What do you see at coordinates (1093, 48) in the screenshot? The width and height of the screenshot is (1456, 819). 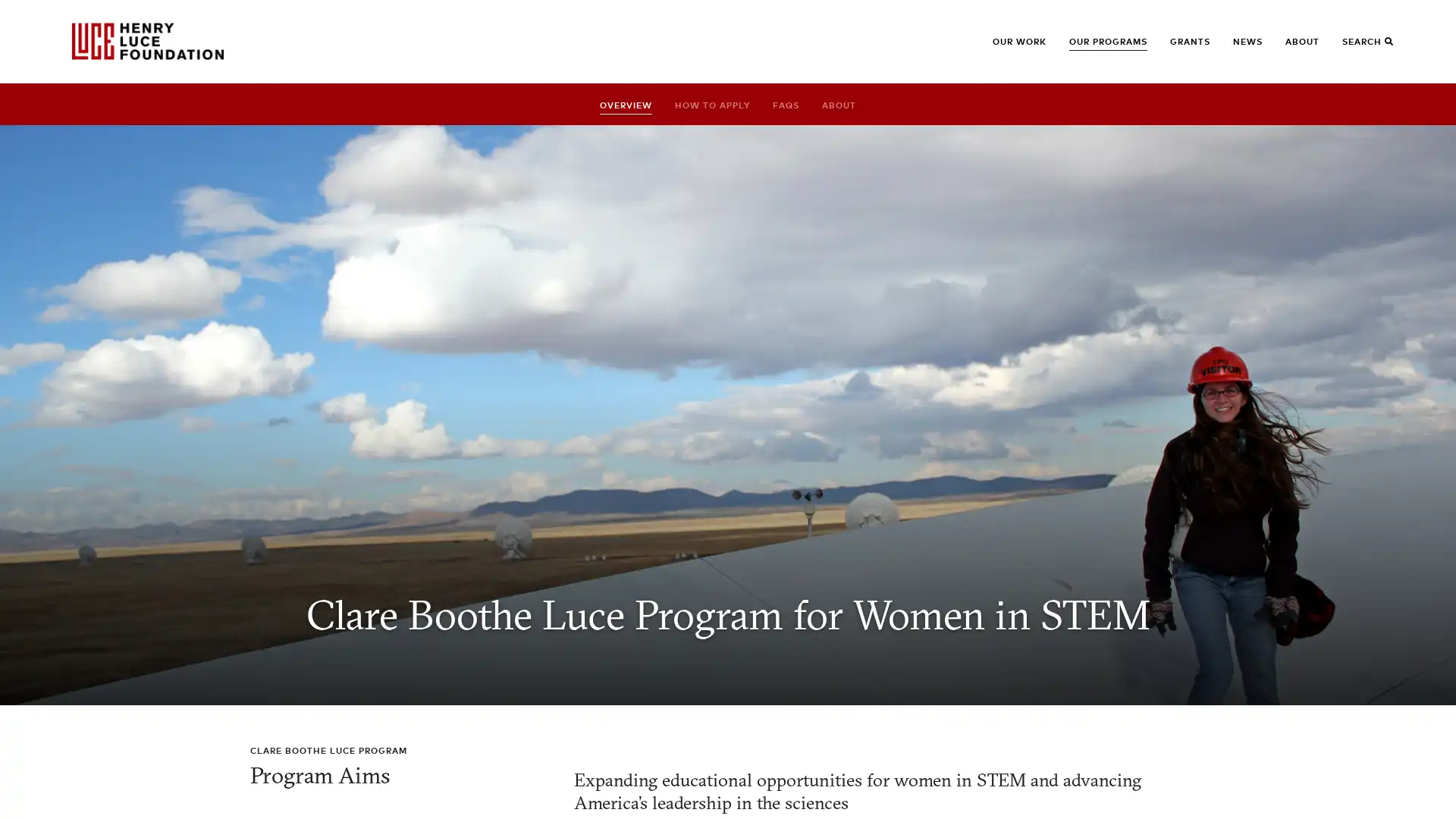 I see `SHOW SUBMENU FOR OUR PROGRAMS` at bounding box center [1093, 48].